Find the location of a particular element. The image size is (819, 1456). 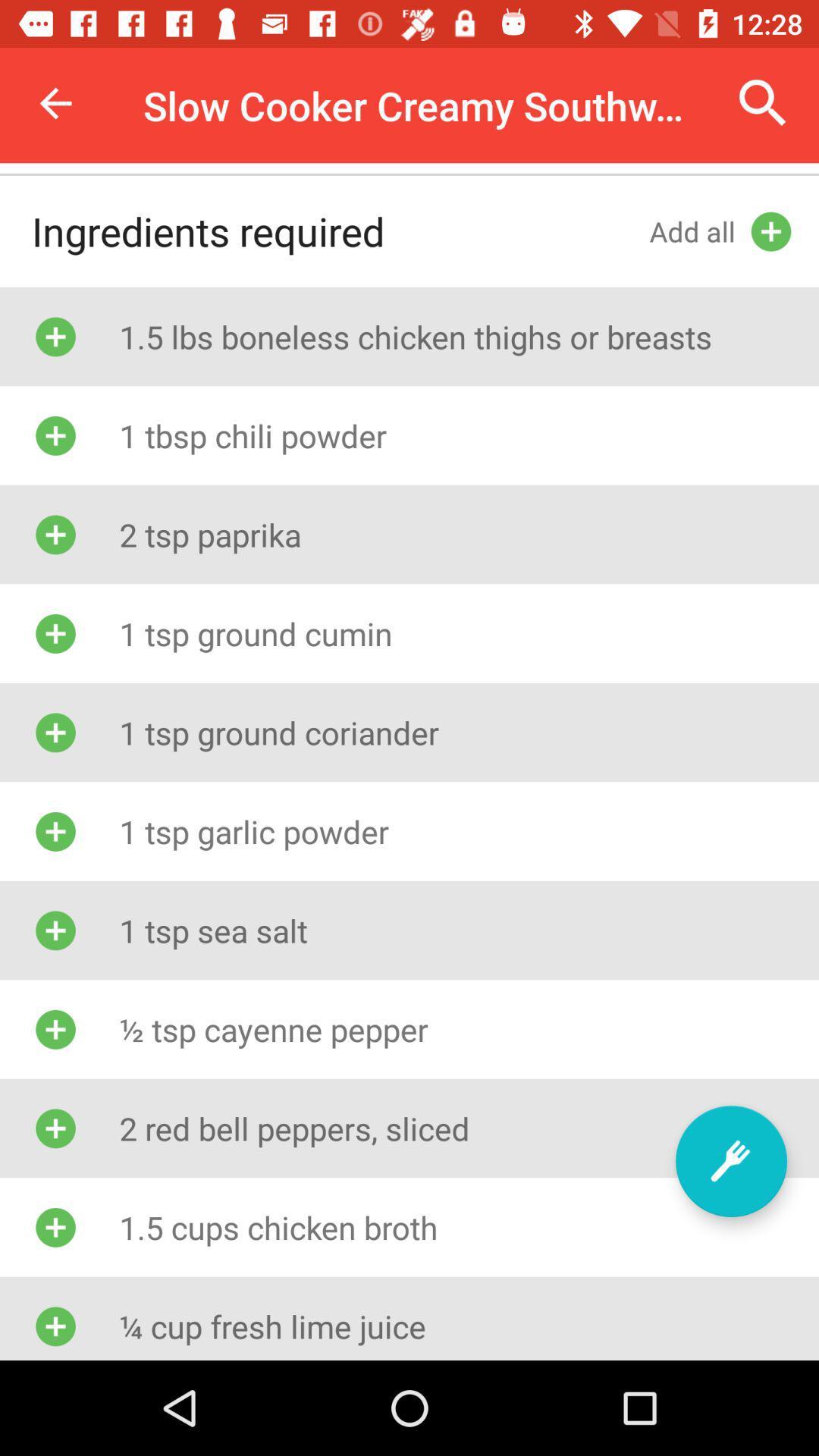

recipe is located at coordinates (730, 1160).